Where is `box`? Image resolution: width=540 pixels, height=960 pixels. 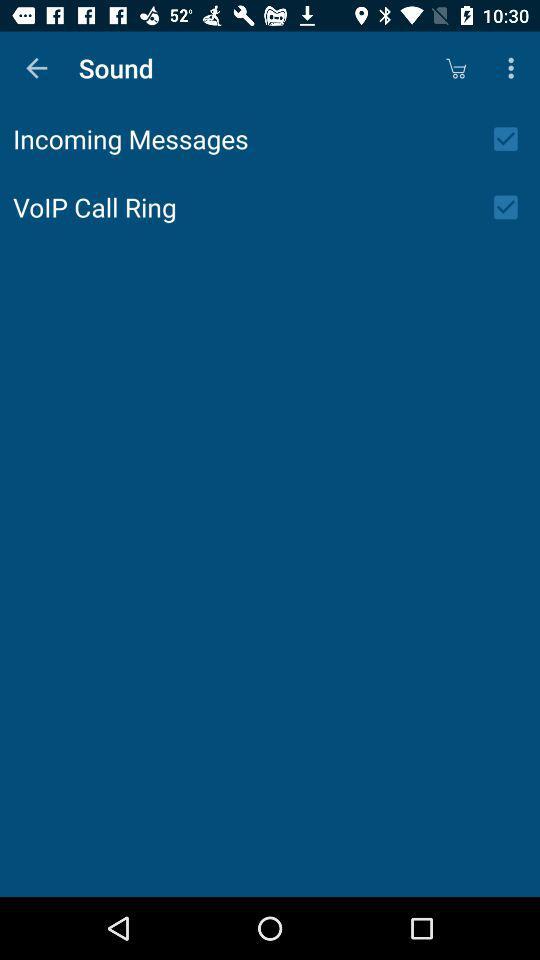 box is located at coordinates (512, 138).